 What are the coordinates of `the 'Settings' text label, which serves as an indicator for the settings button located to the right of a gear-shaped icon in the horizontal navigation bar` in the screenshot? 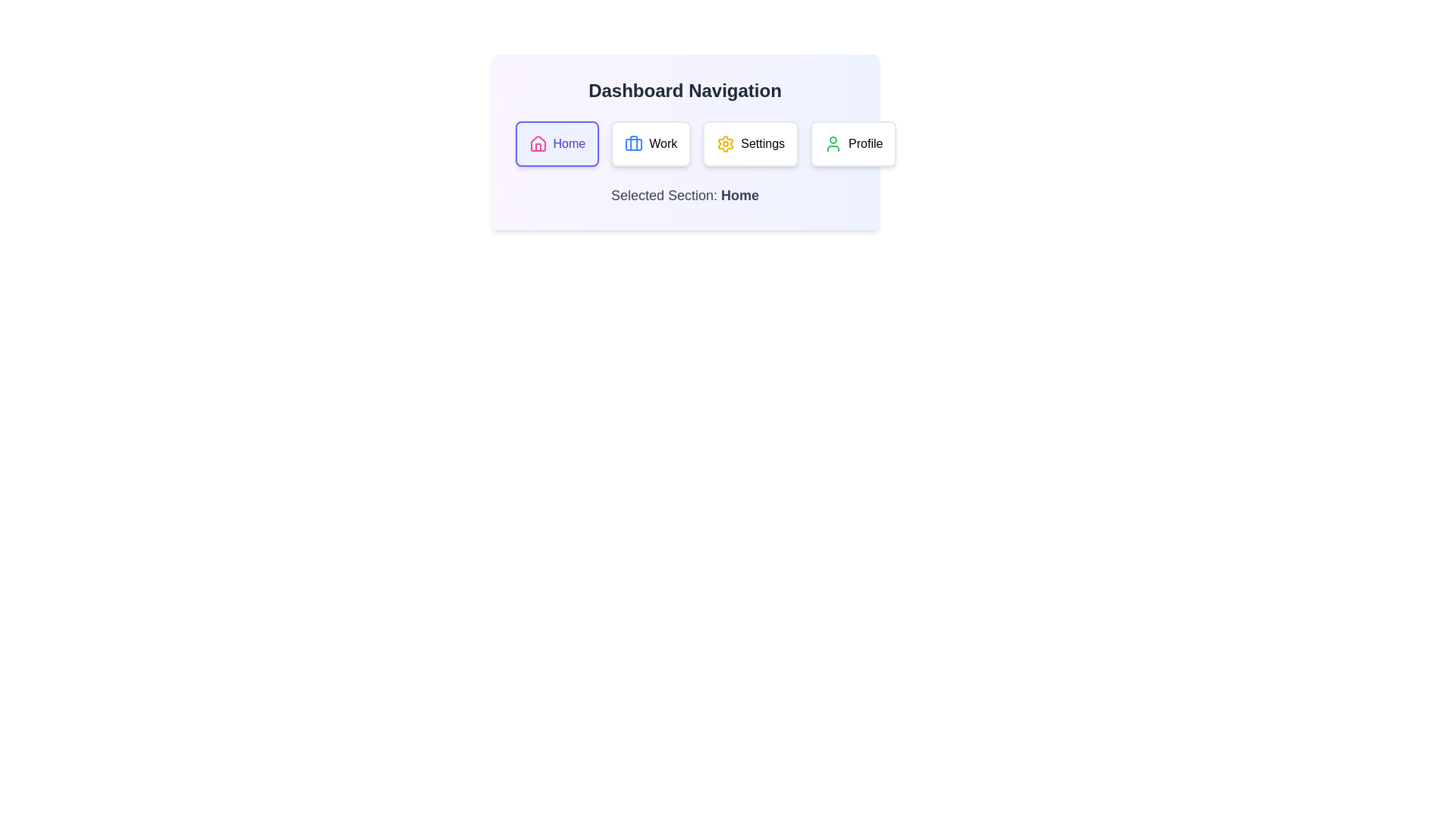 It's located at (763, 143).